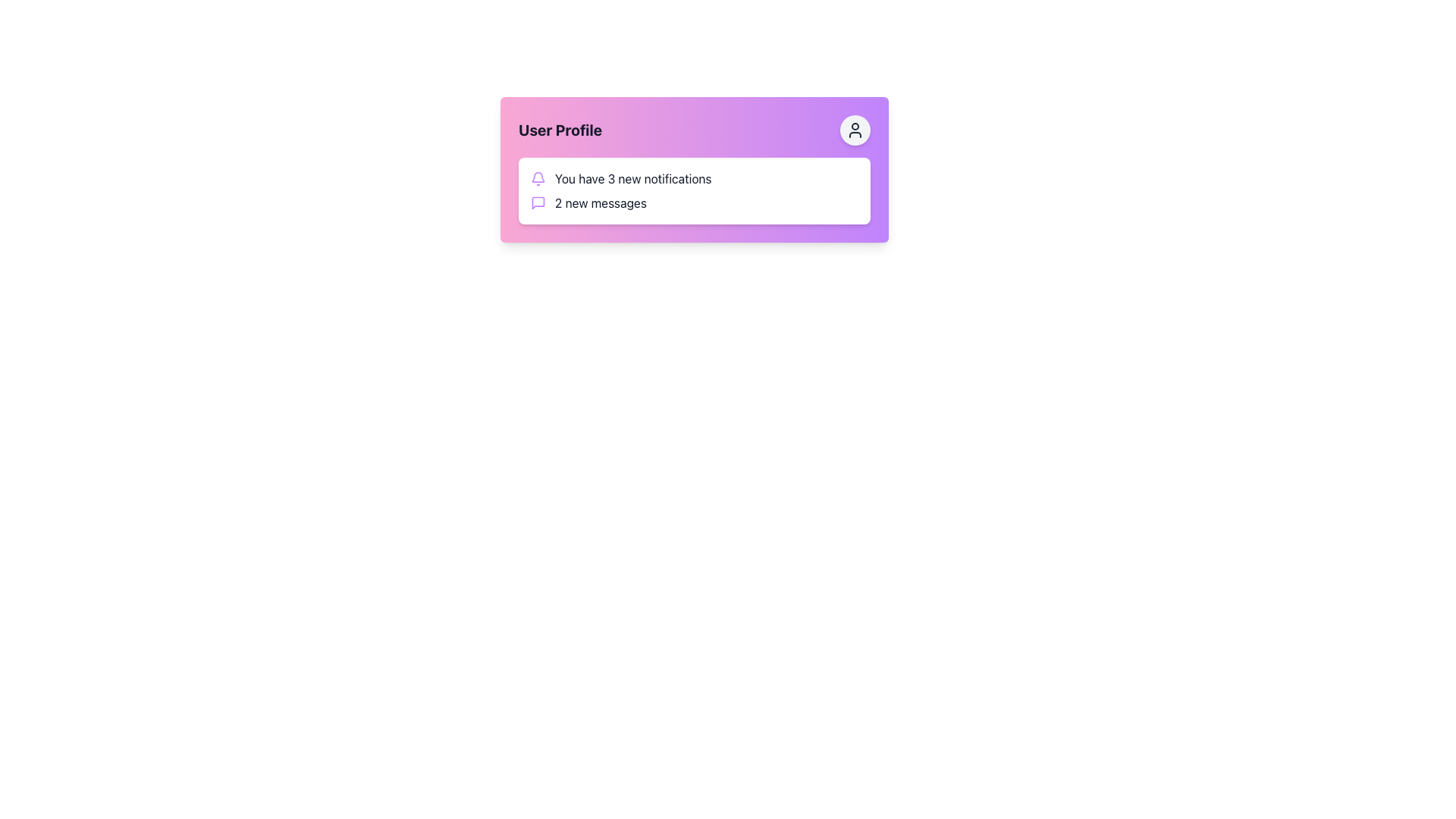 The height and width of the screenshot is (819, 1456). Describe the element at coordinates (855, 130) in the screenshot. I see `the SVG icon depicting a user silhouette within a circular button at the top-right corner of the 'User Profile' card` at that location.